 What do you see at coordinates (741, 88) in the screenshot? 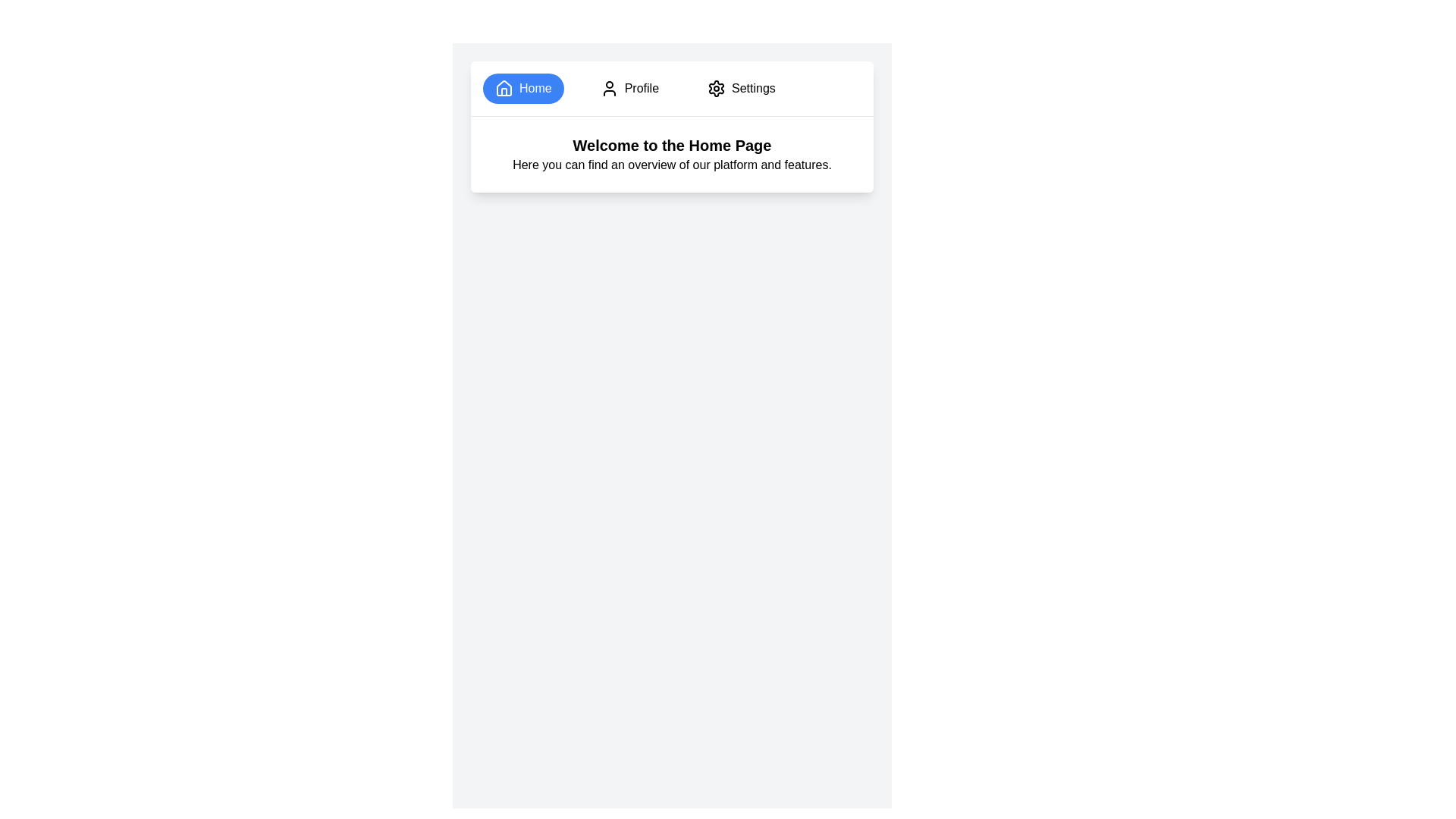
I see `the 'Settings' button, which is the third button from the left in the navigation bar with a gear icon and white background, to change its background color to light blue` at bounding box center [741, 88].